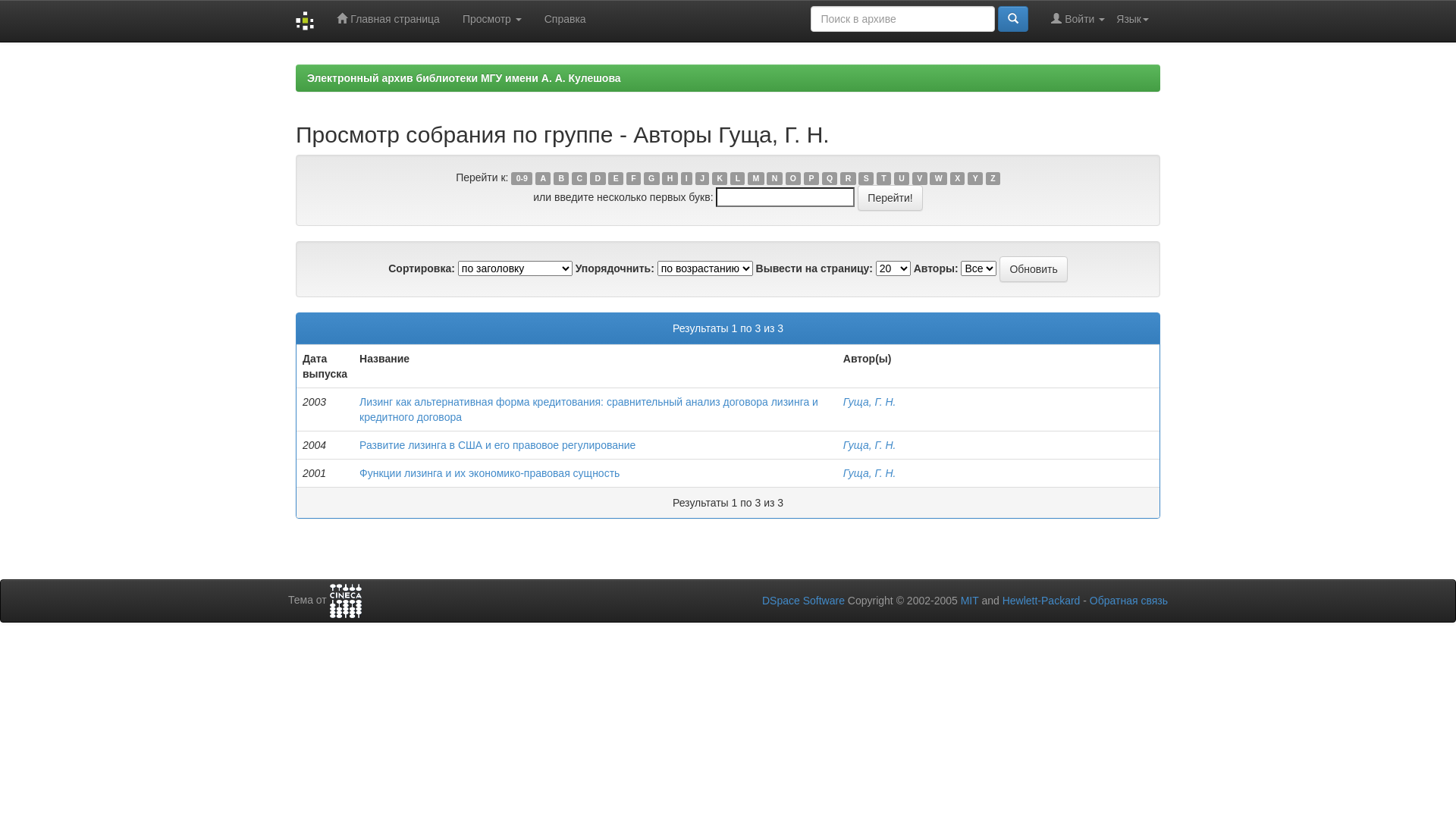 The width and height of the screenshot is (1456, 819). Describe the element at coordinates (866, 177) in the screenshot. I see `'S'` at that location.